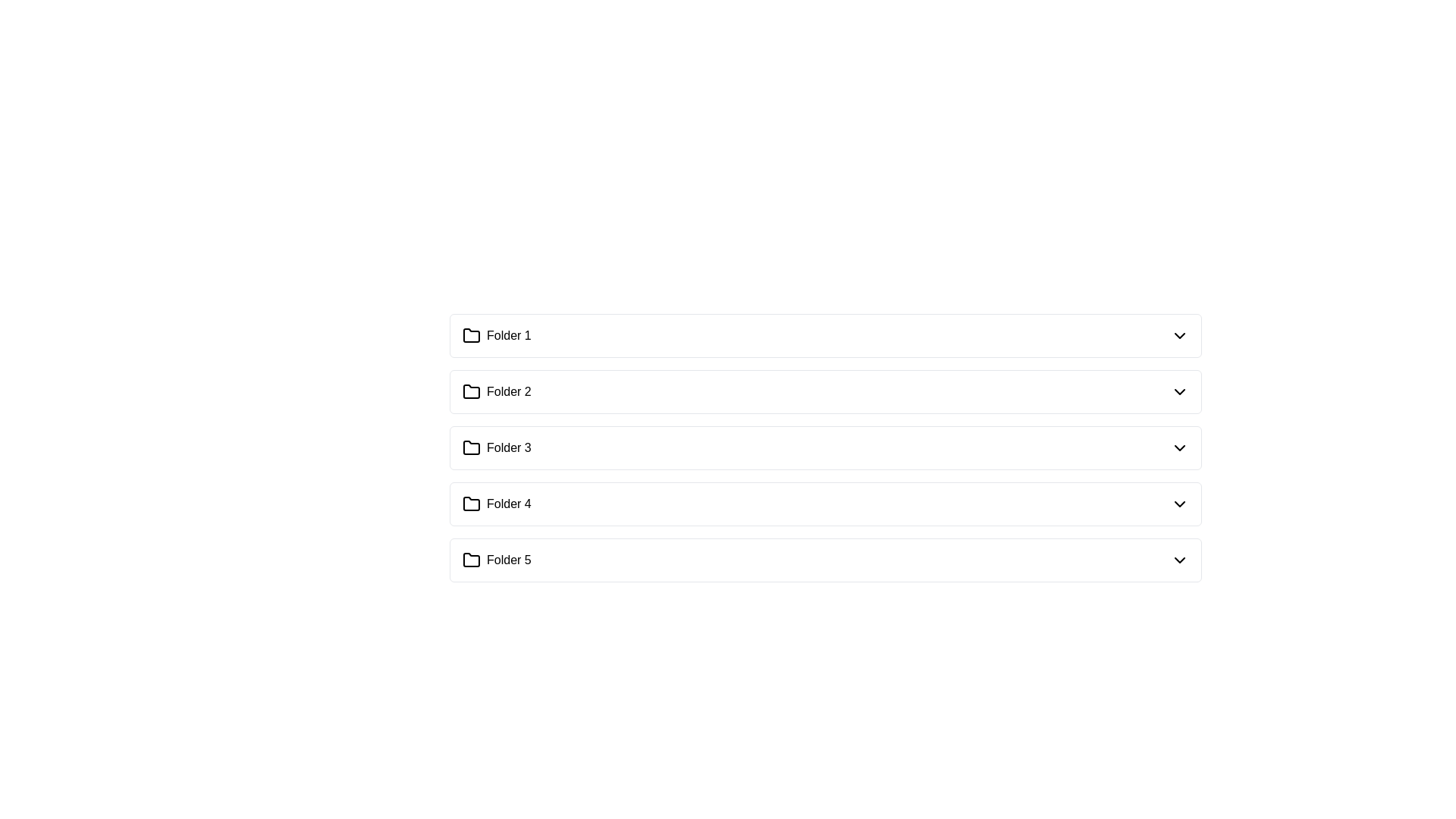  Describe the element at coordinates (471, 560) in the screenshot. I see `the folder icon associated with 'Folder 5', which is a stylized outline of a folder located at the bottom of the list of folders` at that location.